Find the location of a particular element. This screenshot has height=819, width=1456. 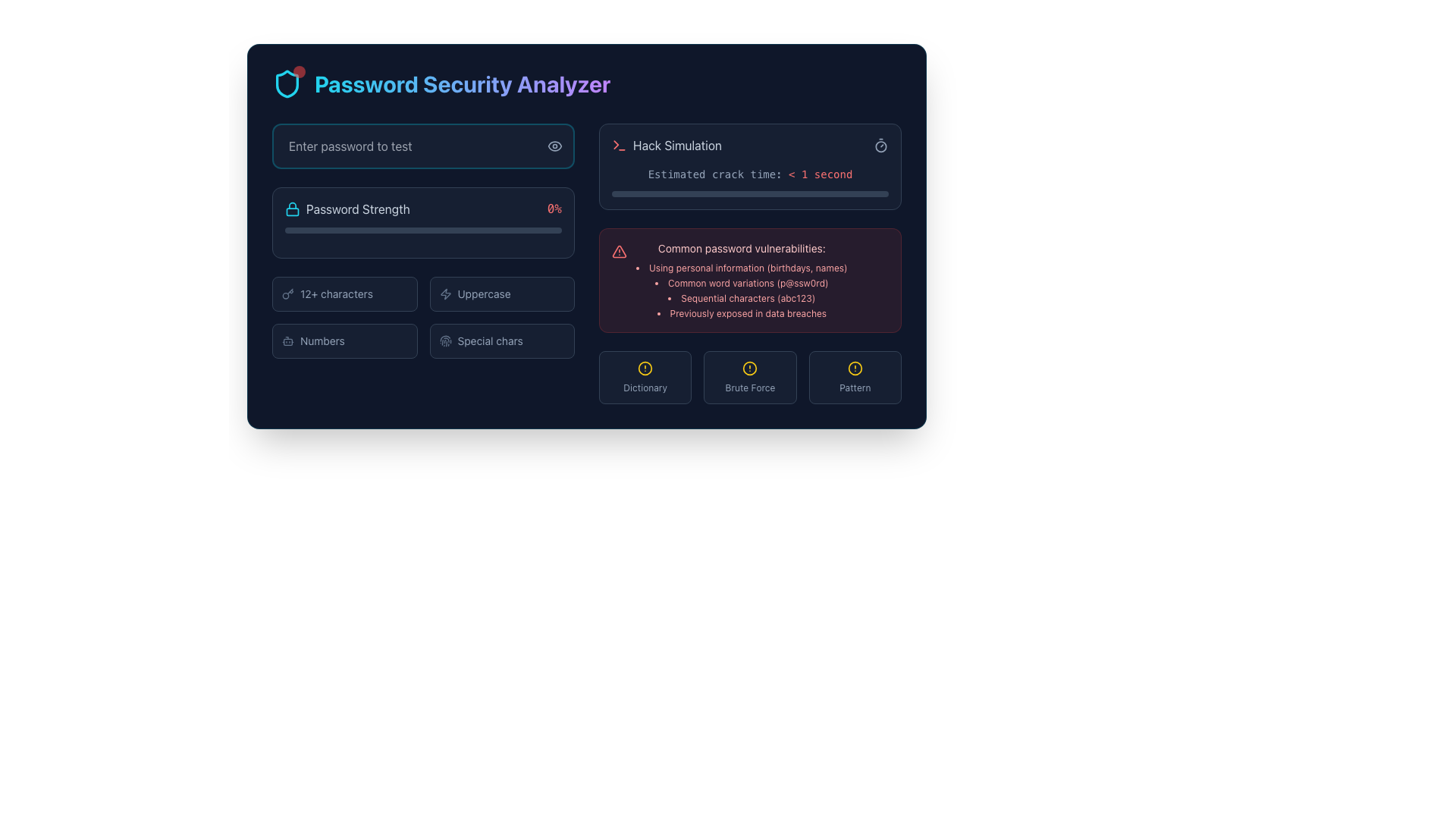

the static text indicating the password strength, currently showing '0%', positioned at the far-right of the 'Password Strength' section is located at coordinates (554, 209).